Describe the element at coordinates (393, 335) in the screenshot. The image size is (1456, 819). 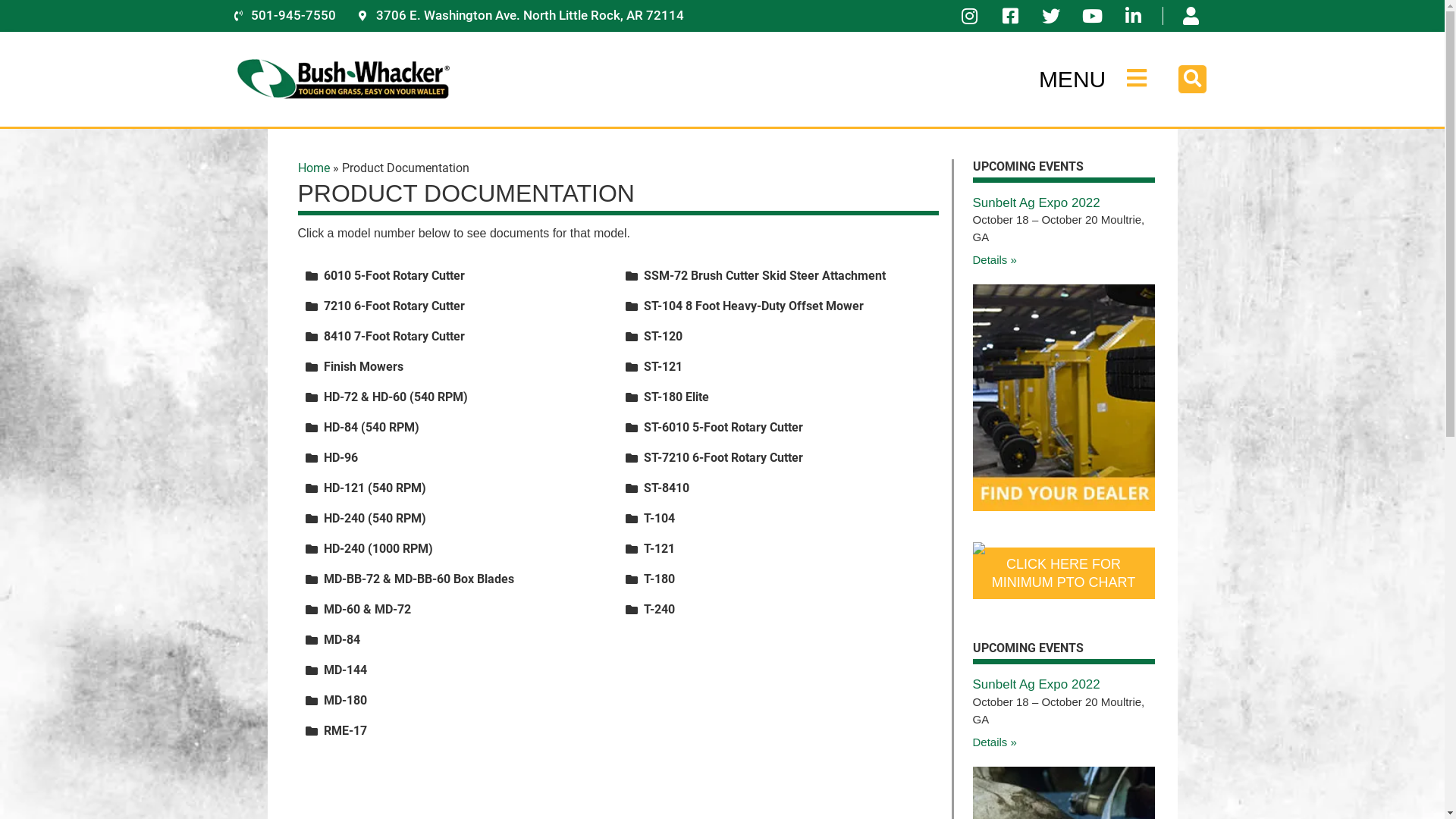
I see `'8410 7-Foot Rotary Cutter'` at that location.